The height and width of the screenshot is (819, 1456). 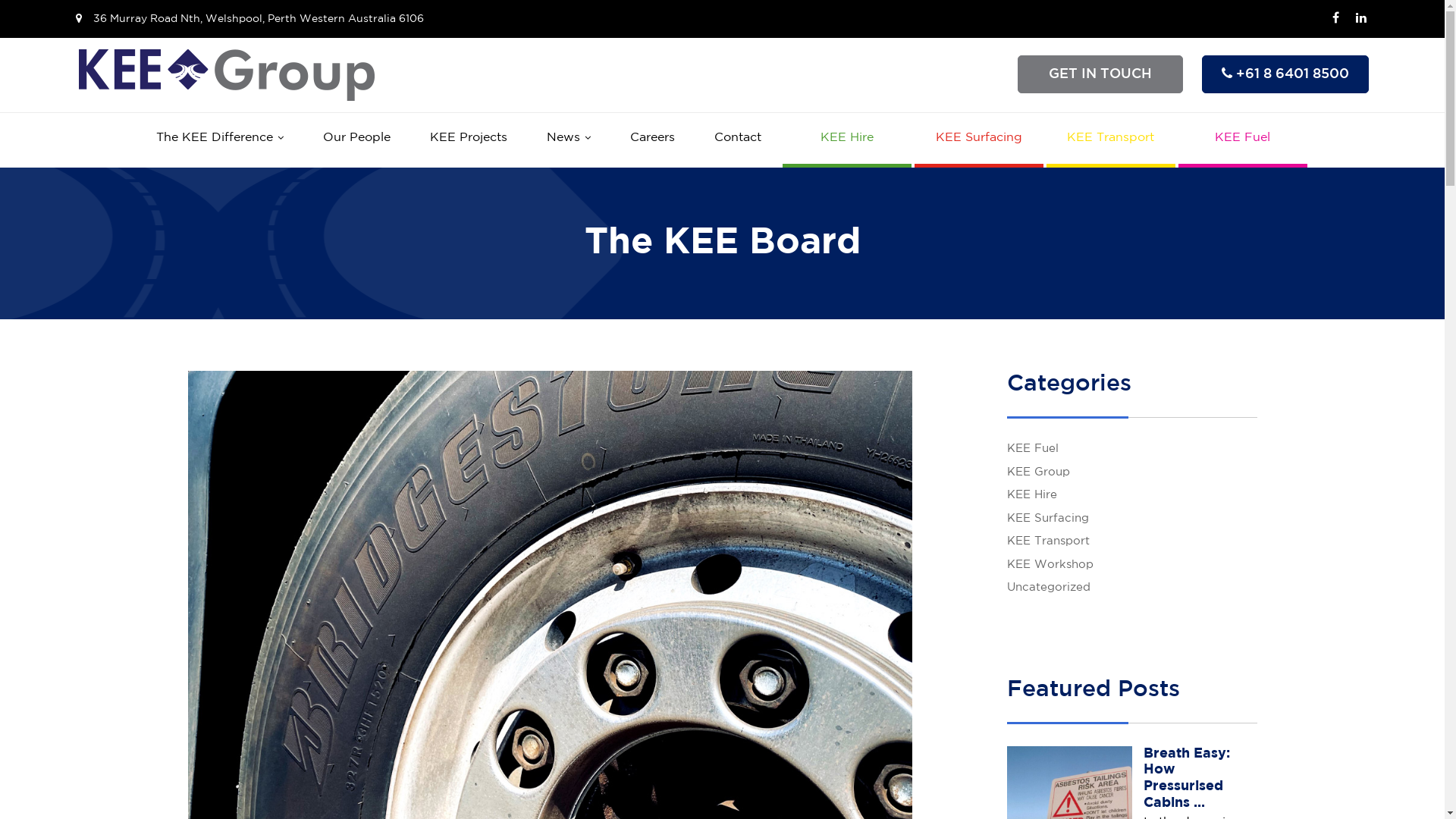 What do you see at coordinates (1100, 74) in the screenshot?
I see `'GET IN TOUCH'` at bounding box center [1100, 74].